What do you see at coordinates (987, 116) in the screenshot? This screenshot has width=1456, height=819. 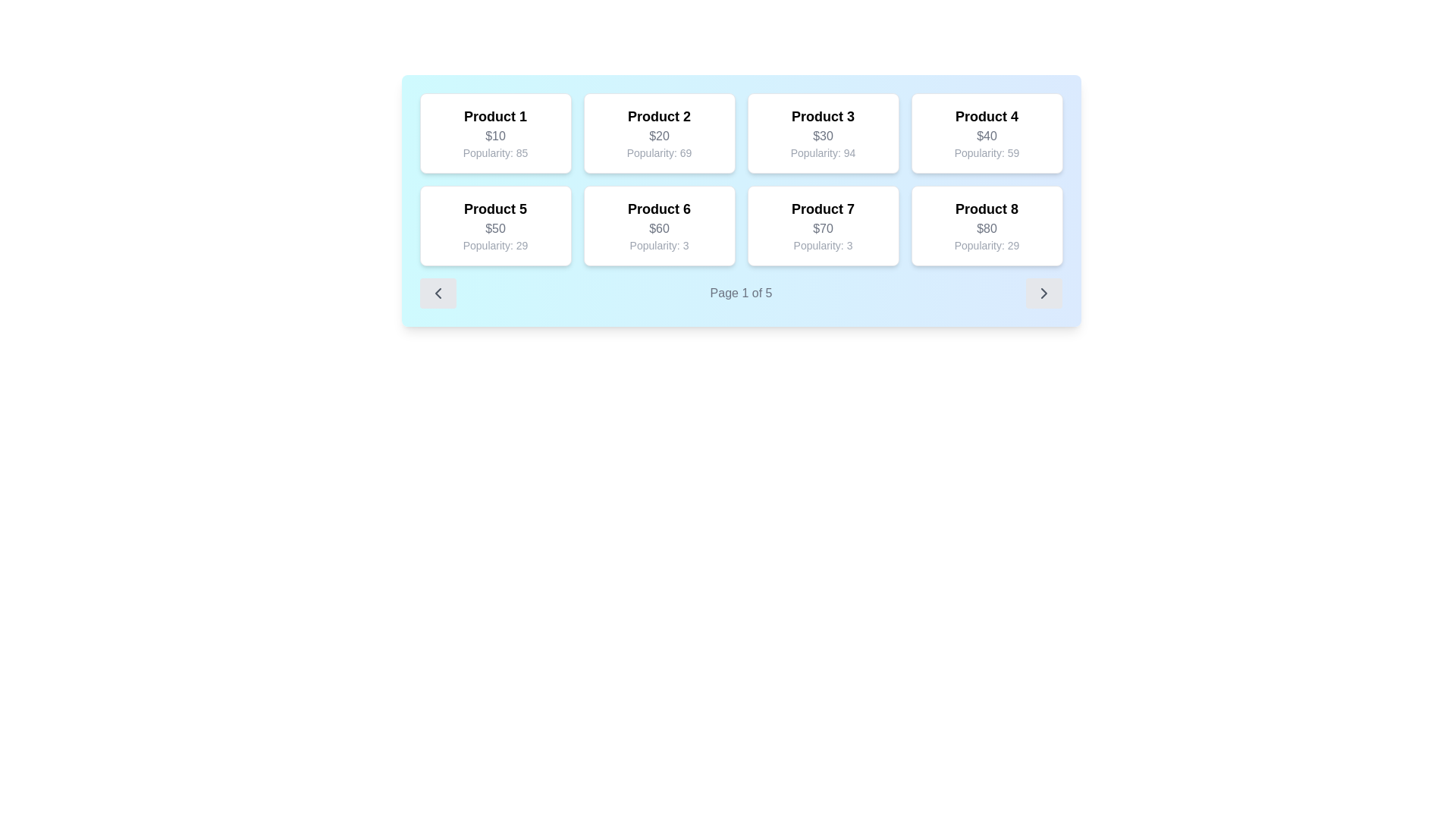 I see `the text label displaying 'Product 4' in bold, large font within a white card that has rounded corners, located in the second row and second column of the grid layout` at bounding box center [987, 116].